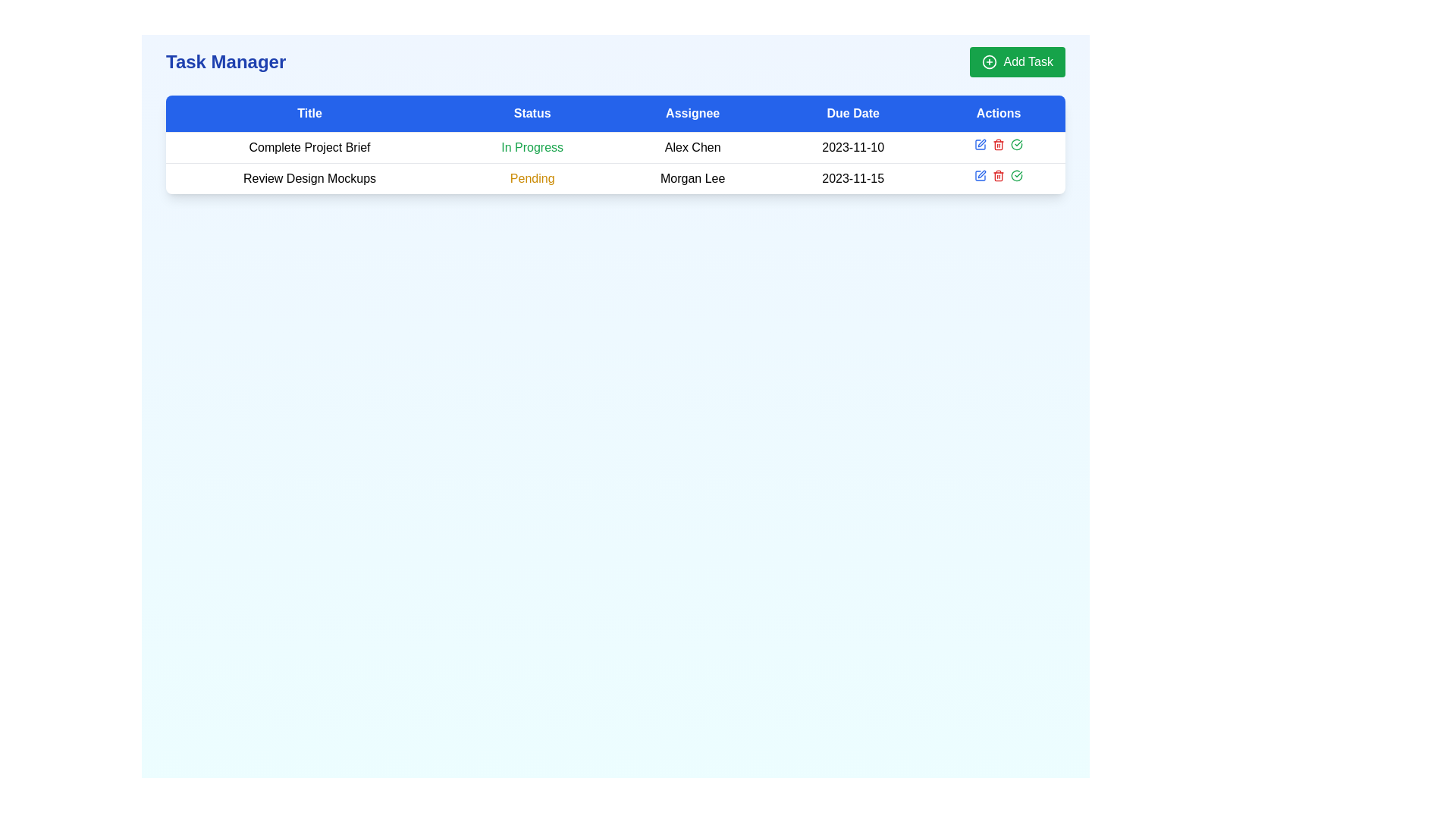 The image size is (1456, 819). I want to click on the green circular icon with a white plus sign located to the left of the 'Add Task' button in the top-right corner of the interface, so click(990, 61).